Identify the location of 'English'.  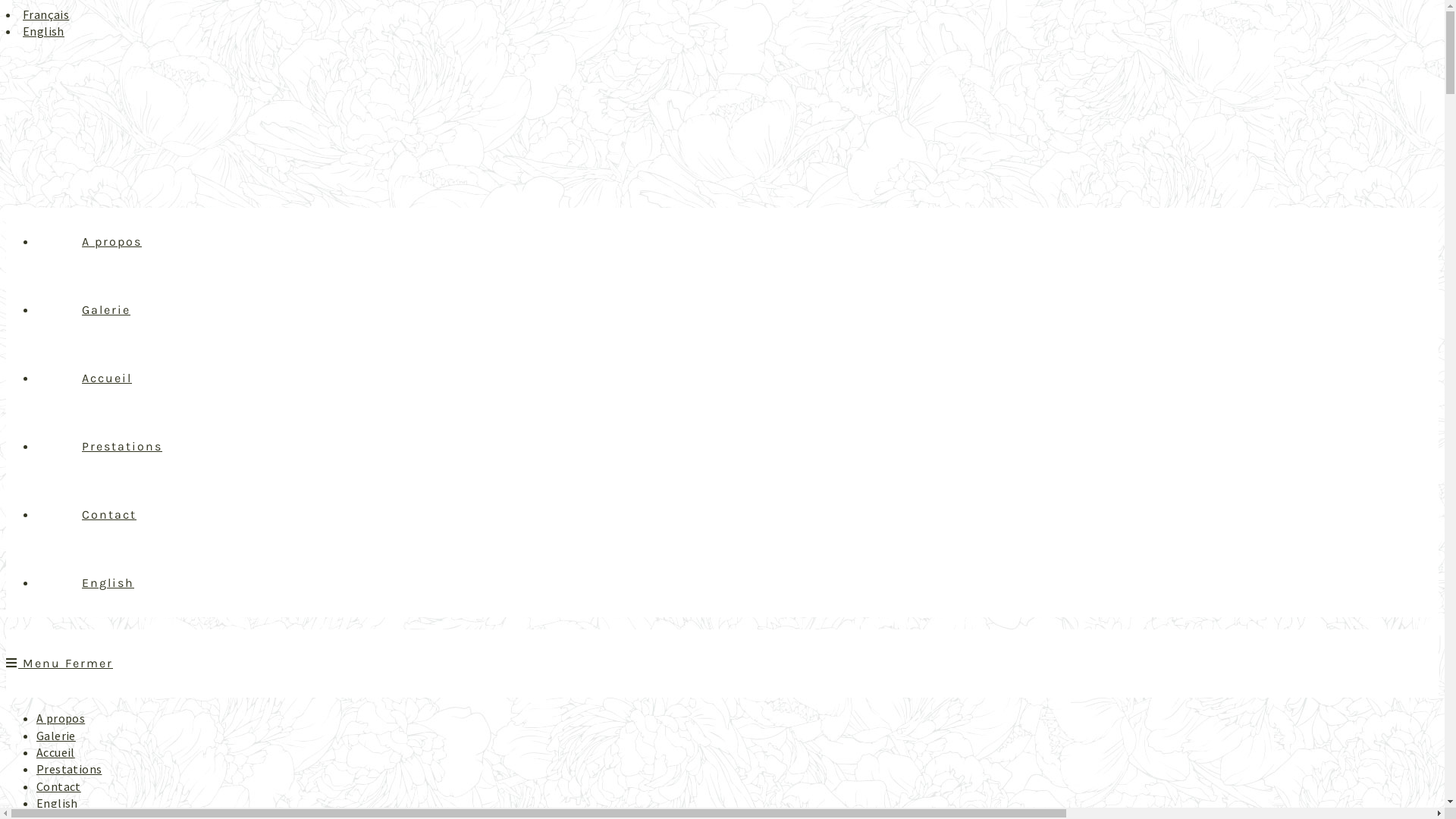
(43, 31).